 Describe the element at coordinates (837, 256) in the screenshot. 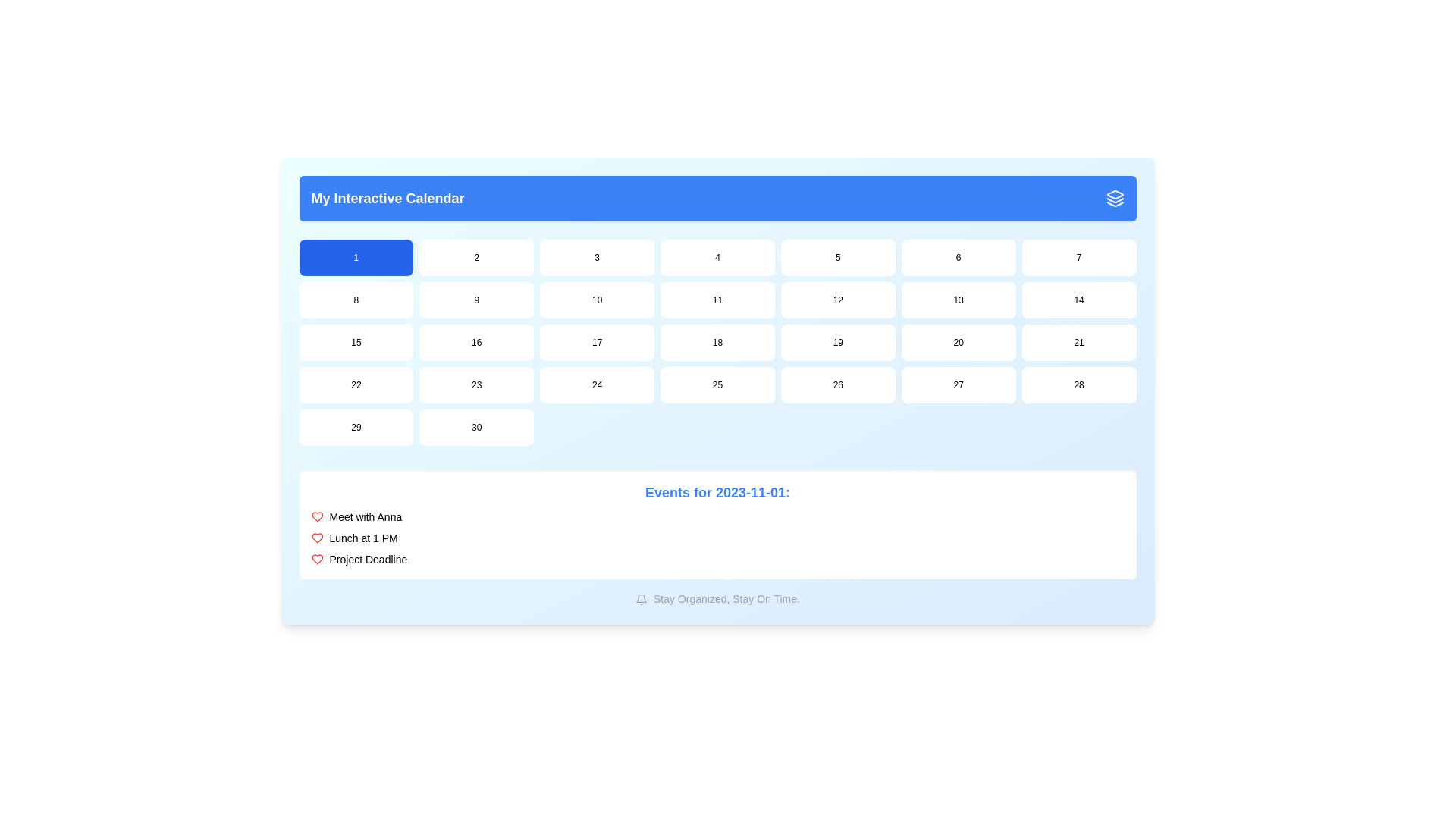

I see `the rectangular button with a white background displaying the number '5'` at that location.